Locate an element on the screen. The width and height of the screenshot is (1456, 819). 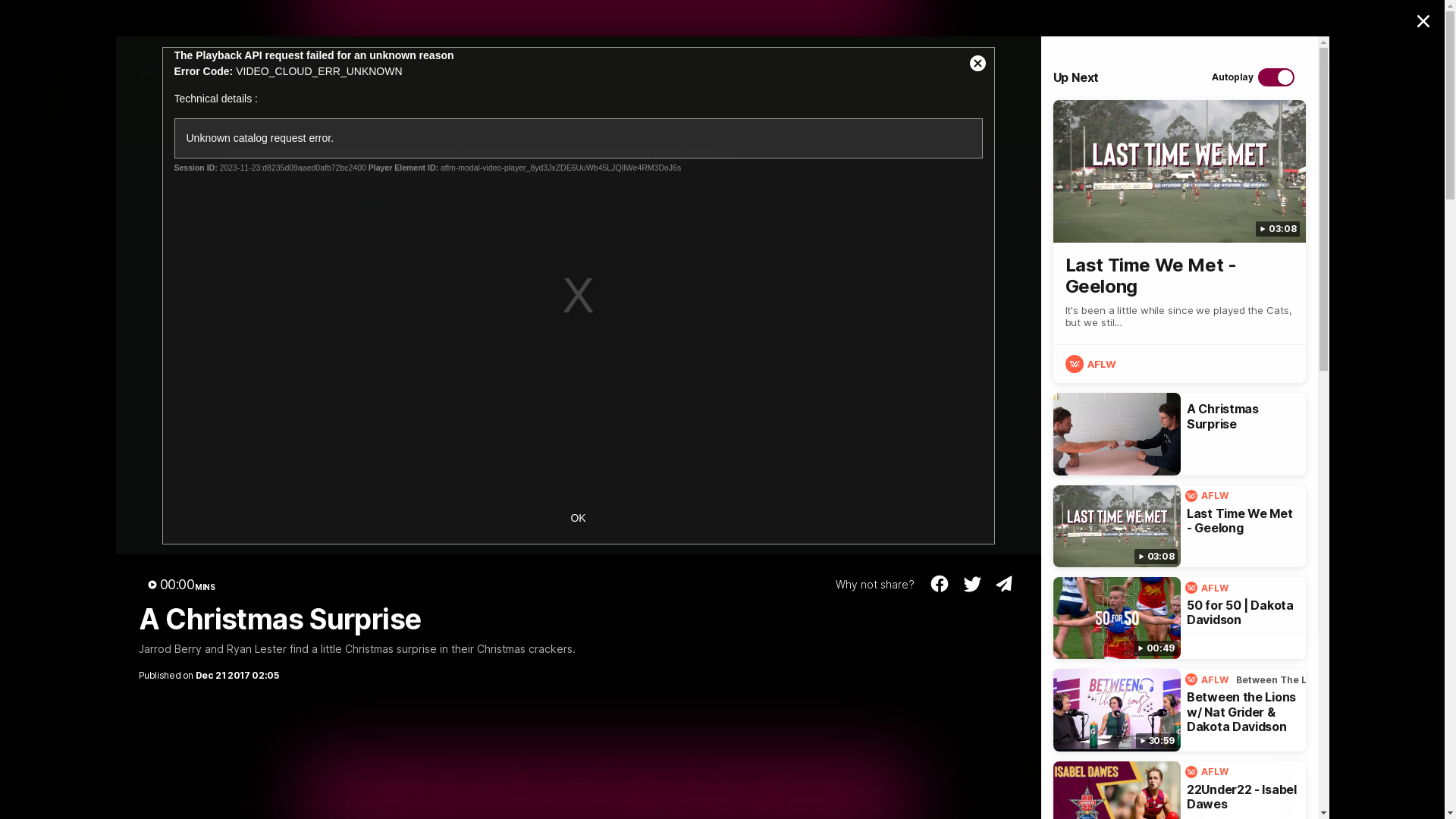
'OK' is located at coordinates (577, 517).